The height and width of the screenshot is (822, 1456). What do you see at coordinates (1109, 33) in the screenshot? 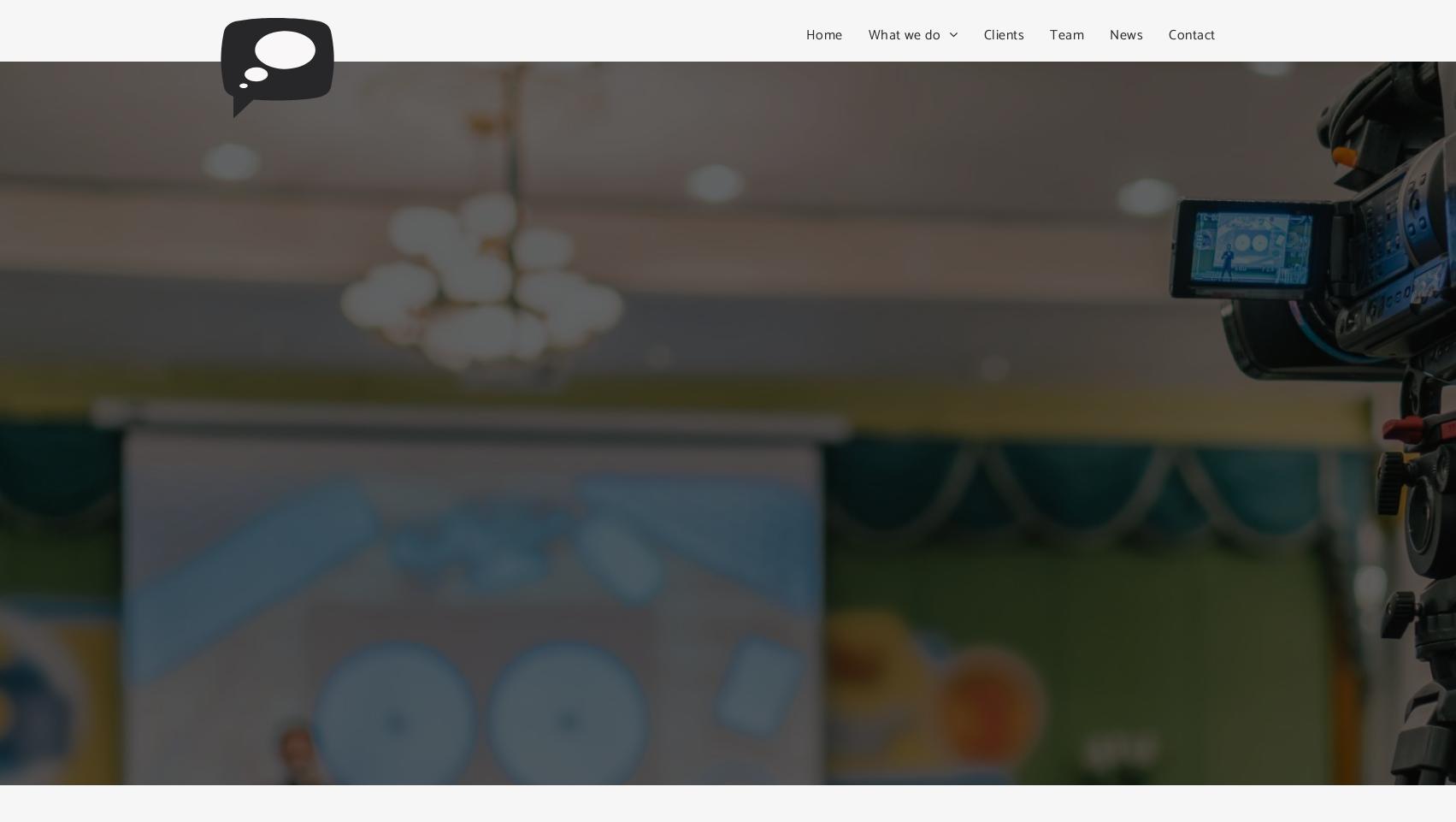
I see `'News'` at bounding box center [1109, 33].